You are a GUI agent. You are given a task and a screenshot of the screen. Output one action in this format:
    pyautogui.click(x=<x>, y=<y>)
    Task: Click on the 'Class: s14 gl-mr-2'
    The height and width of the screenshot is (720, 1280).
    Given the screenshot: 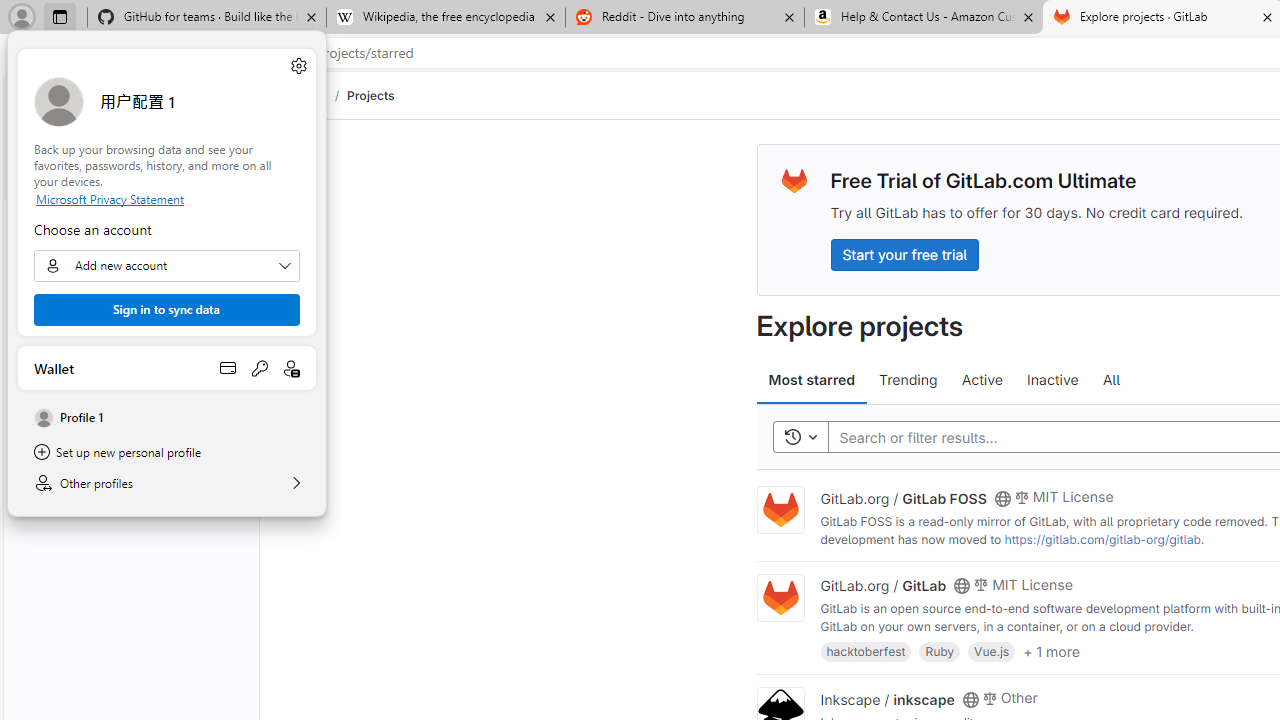 What is the action you would take?
    pyautogui.click(x=989, y=696)
    